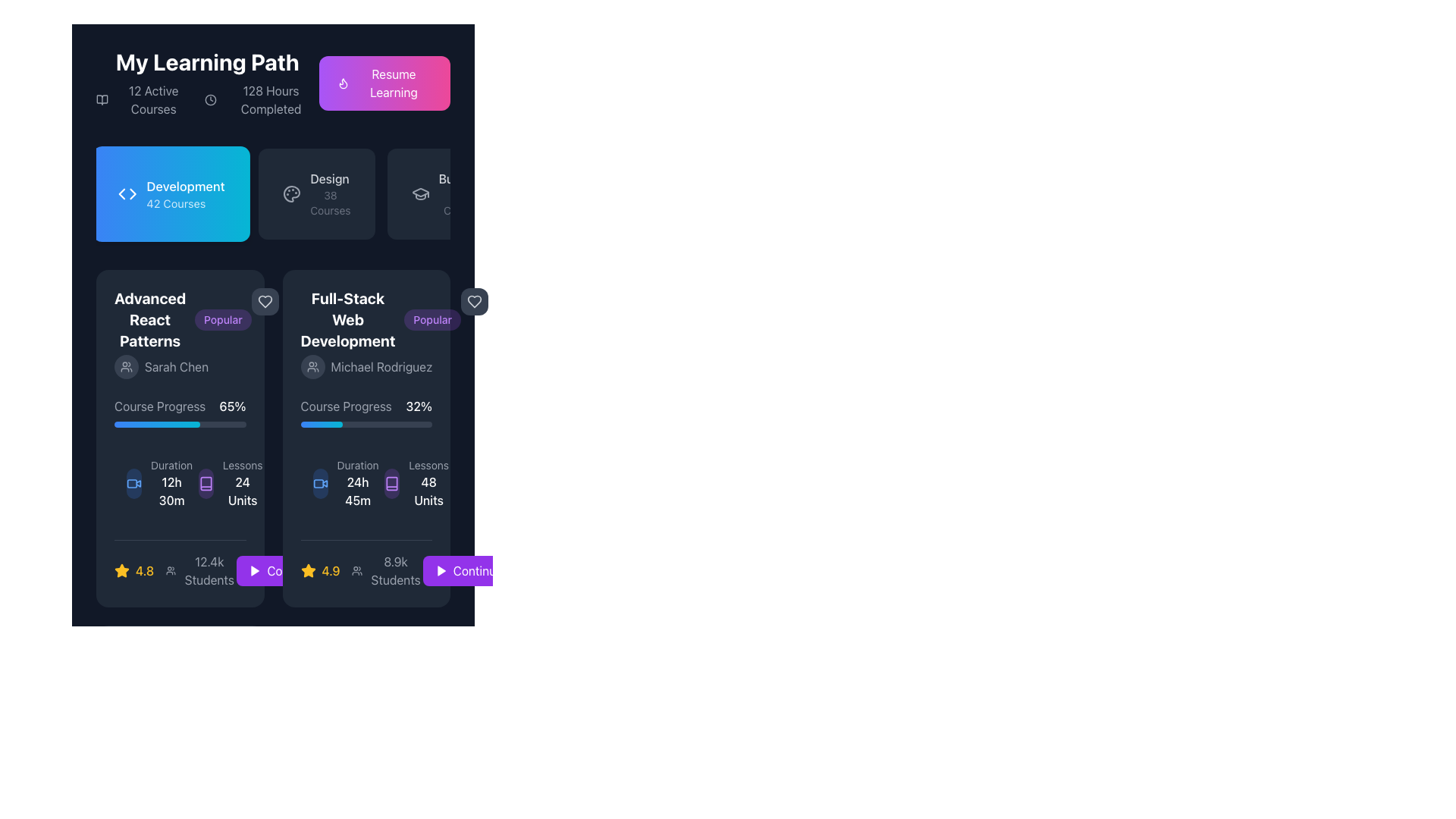 The image size is (1456, 819). What do you see at coordinates (134, 483) in the screenshot?
I see `the blue camera icon located in the left portion of the 'Advanced React Patterns' course card, specifically in the 'Duration' section next to the text '12h 30m'` at bounding box center [134, 483].